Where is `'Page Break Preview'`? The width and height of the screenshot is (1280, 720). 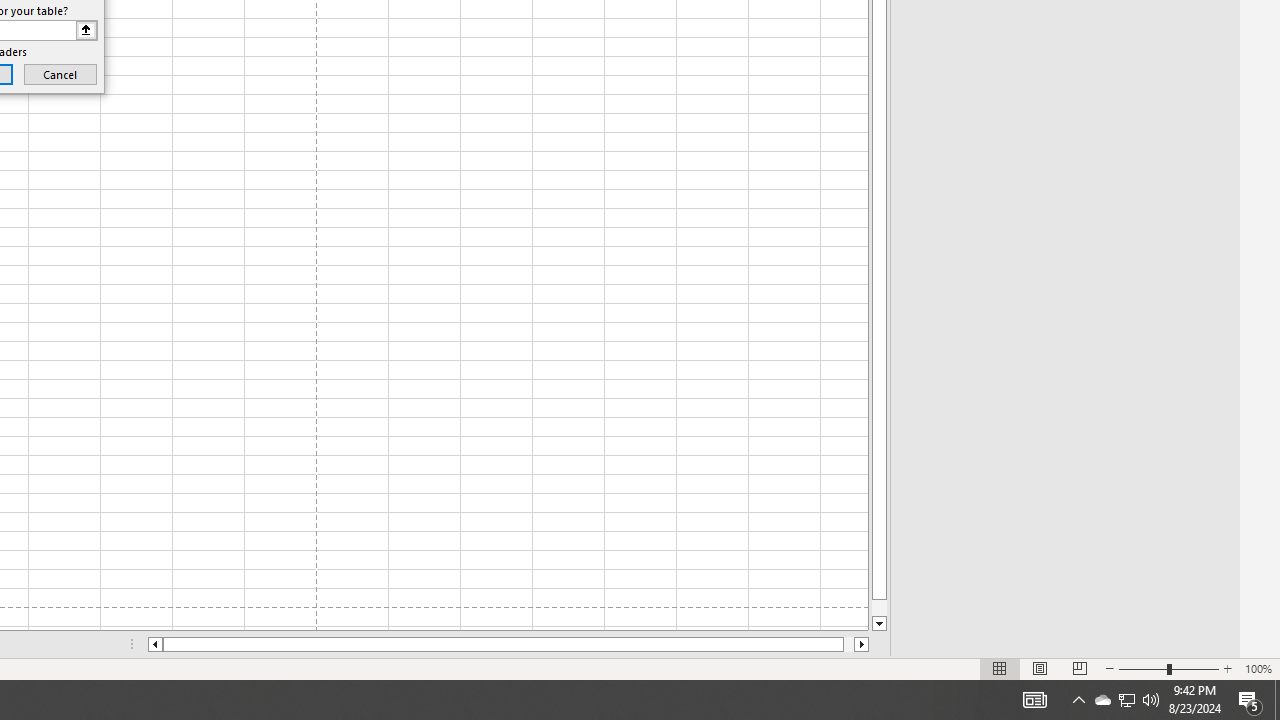
'Page Break Preview' is located at coordinates (1078, 669).